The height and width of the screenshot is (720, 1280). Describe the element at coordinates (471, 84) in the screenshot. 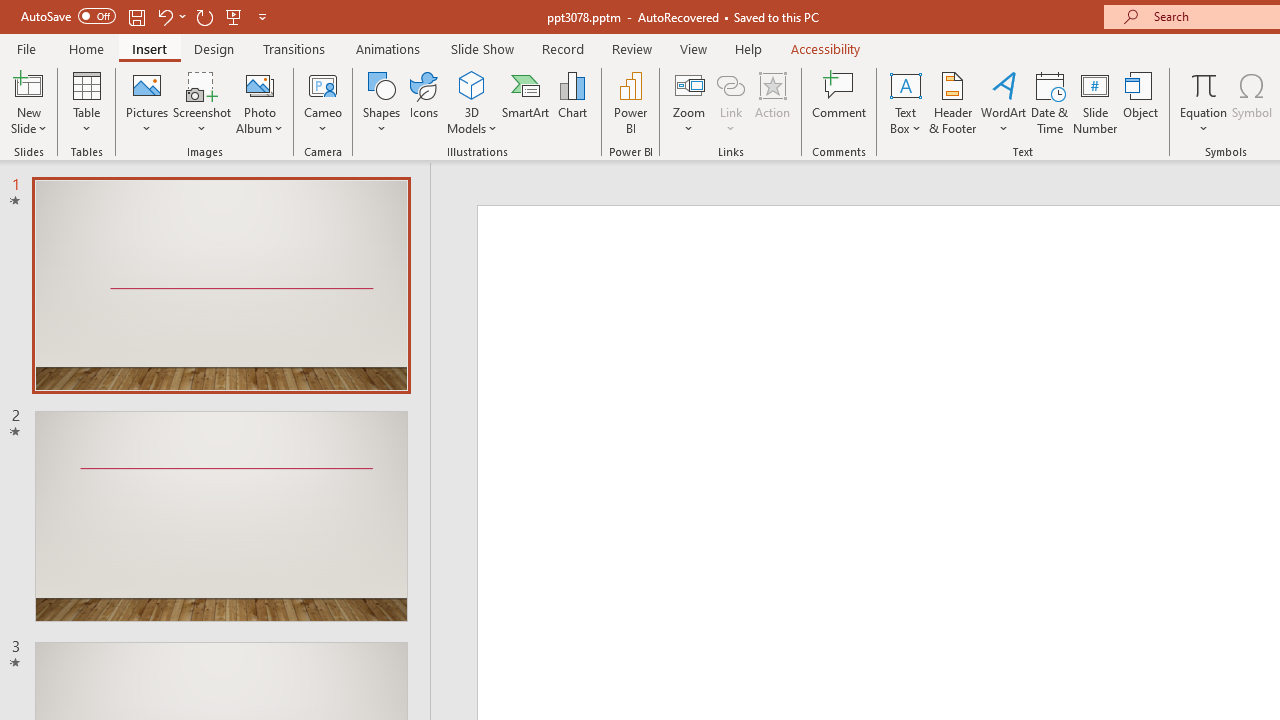

I see `'3D Models'` at that location.